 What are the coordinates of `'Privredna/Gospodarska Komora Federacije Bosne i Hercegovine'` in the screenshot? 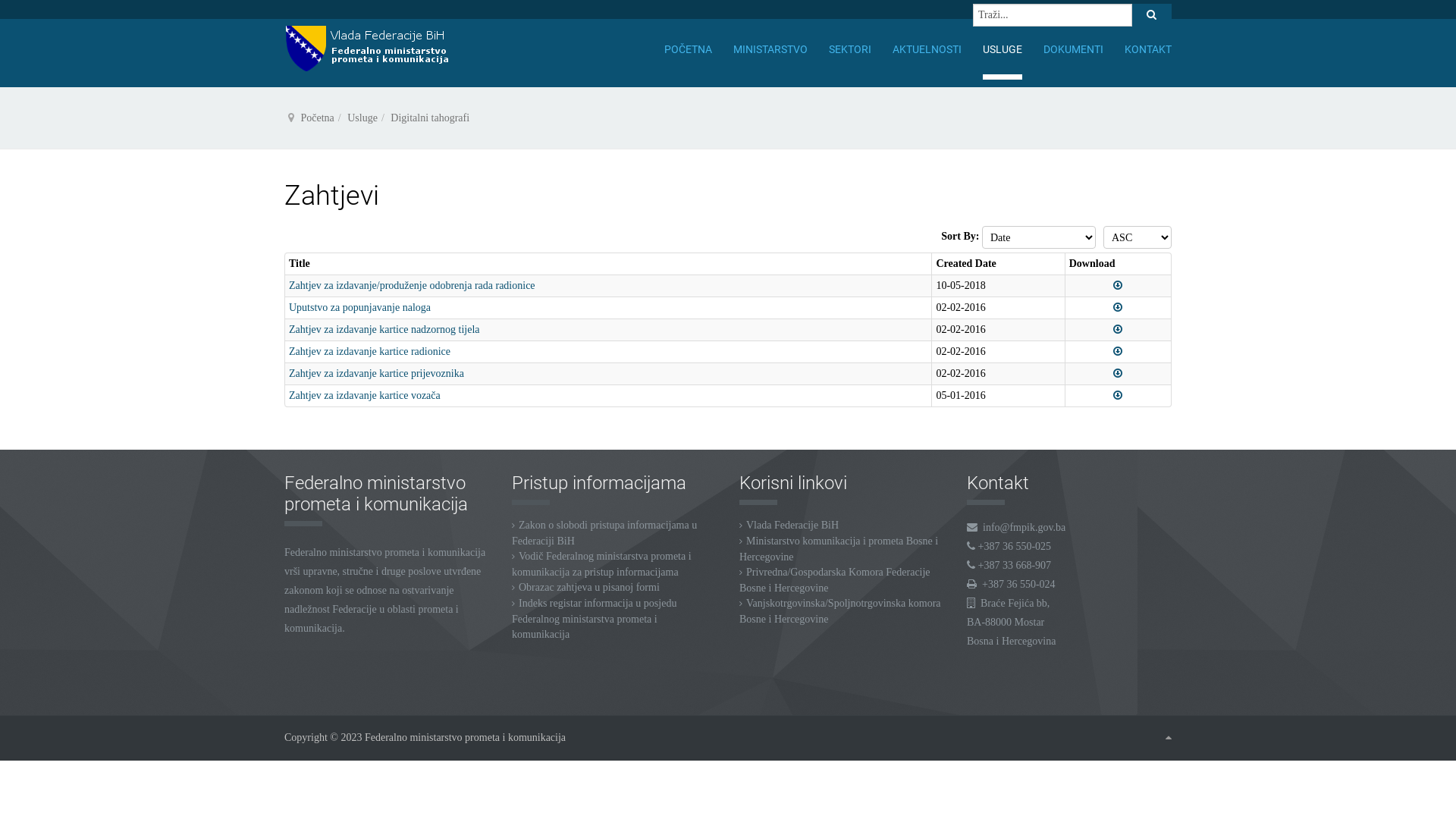 It's located at (739, 579).